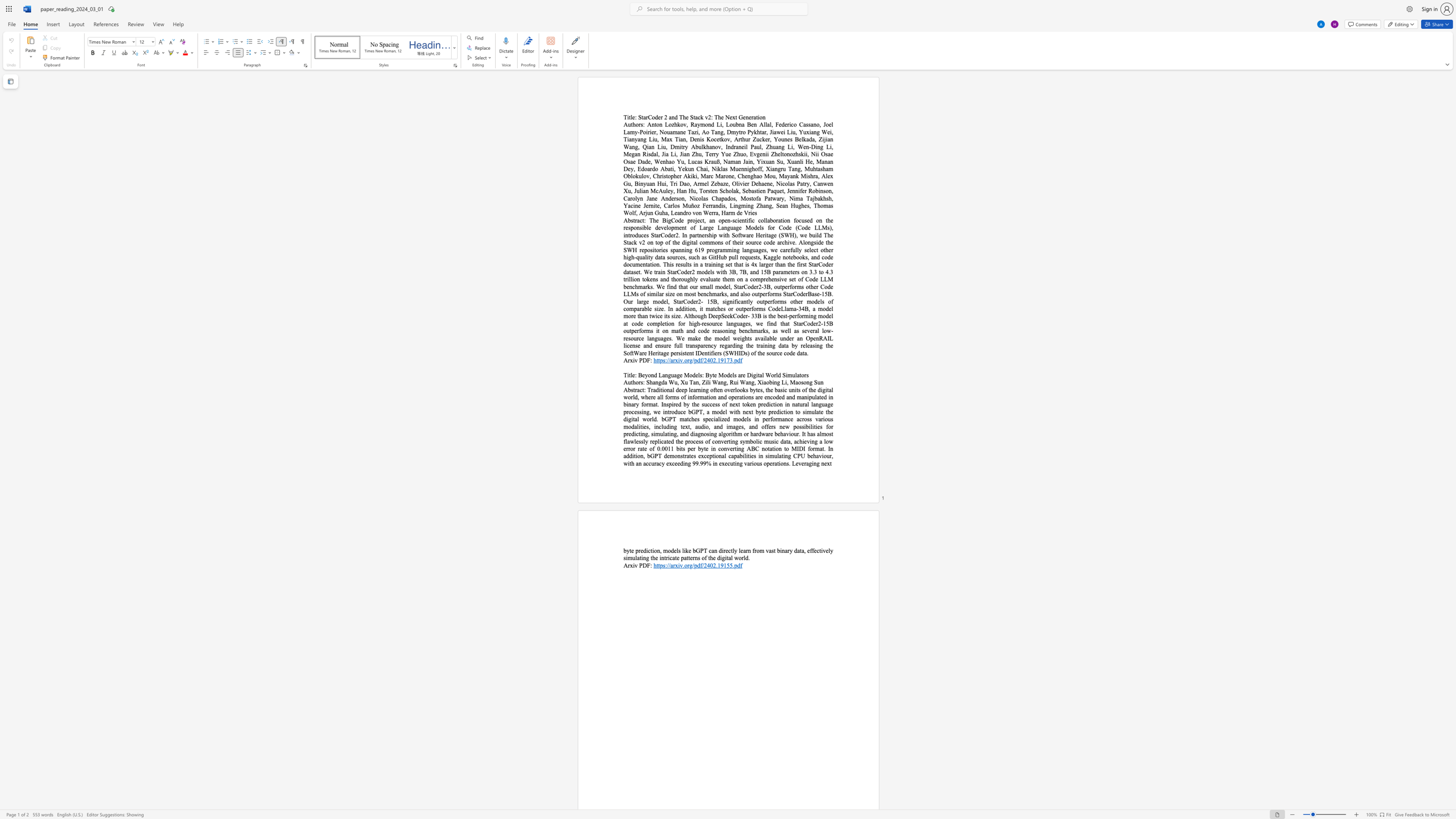  I want to click on the subset text "wo" within the text "byte prediction, models like bGPT can directly learn from vast binary data, effectively simulating the intricate patterns of the digital world.", so click(734, 557).